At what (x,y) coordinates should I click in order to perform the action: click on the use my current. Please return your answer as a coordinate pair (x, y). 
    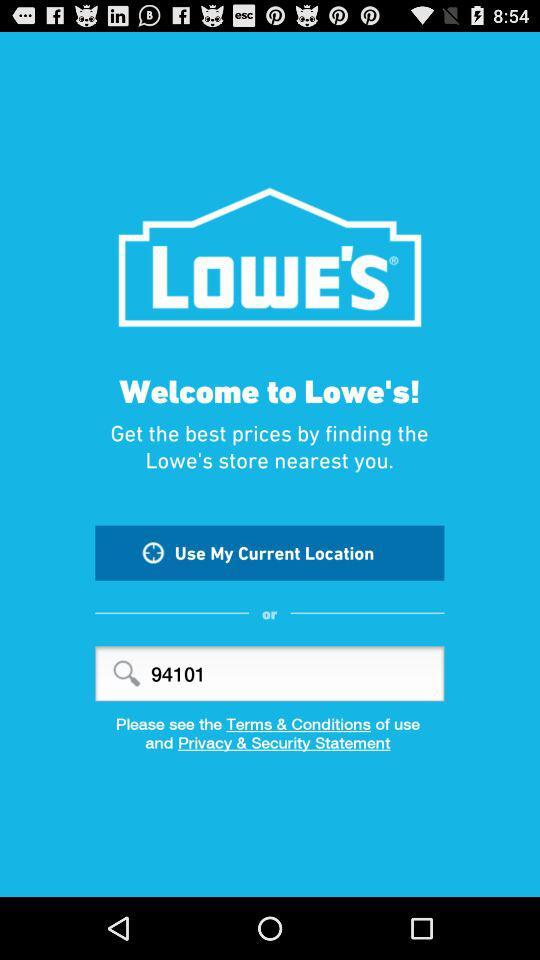
    Looking at the image, I should click on (269, 552).